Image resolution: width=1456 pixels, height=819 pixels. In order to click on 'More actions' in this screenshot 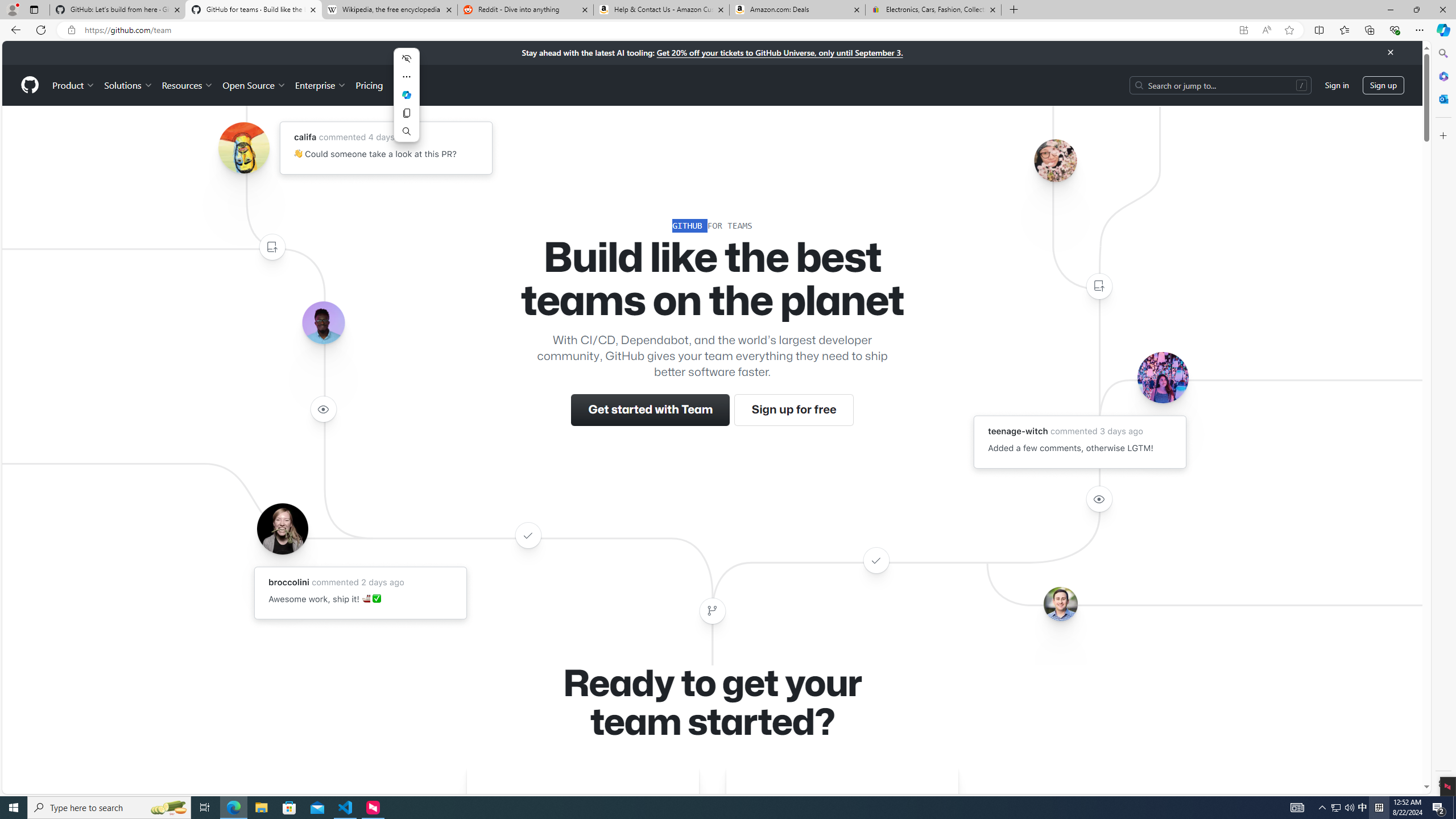, I will do `click(406, 76)`.